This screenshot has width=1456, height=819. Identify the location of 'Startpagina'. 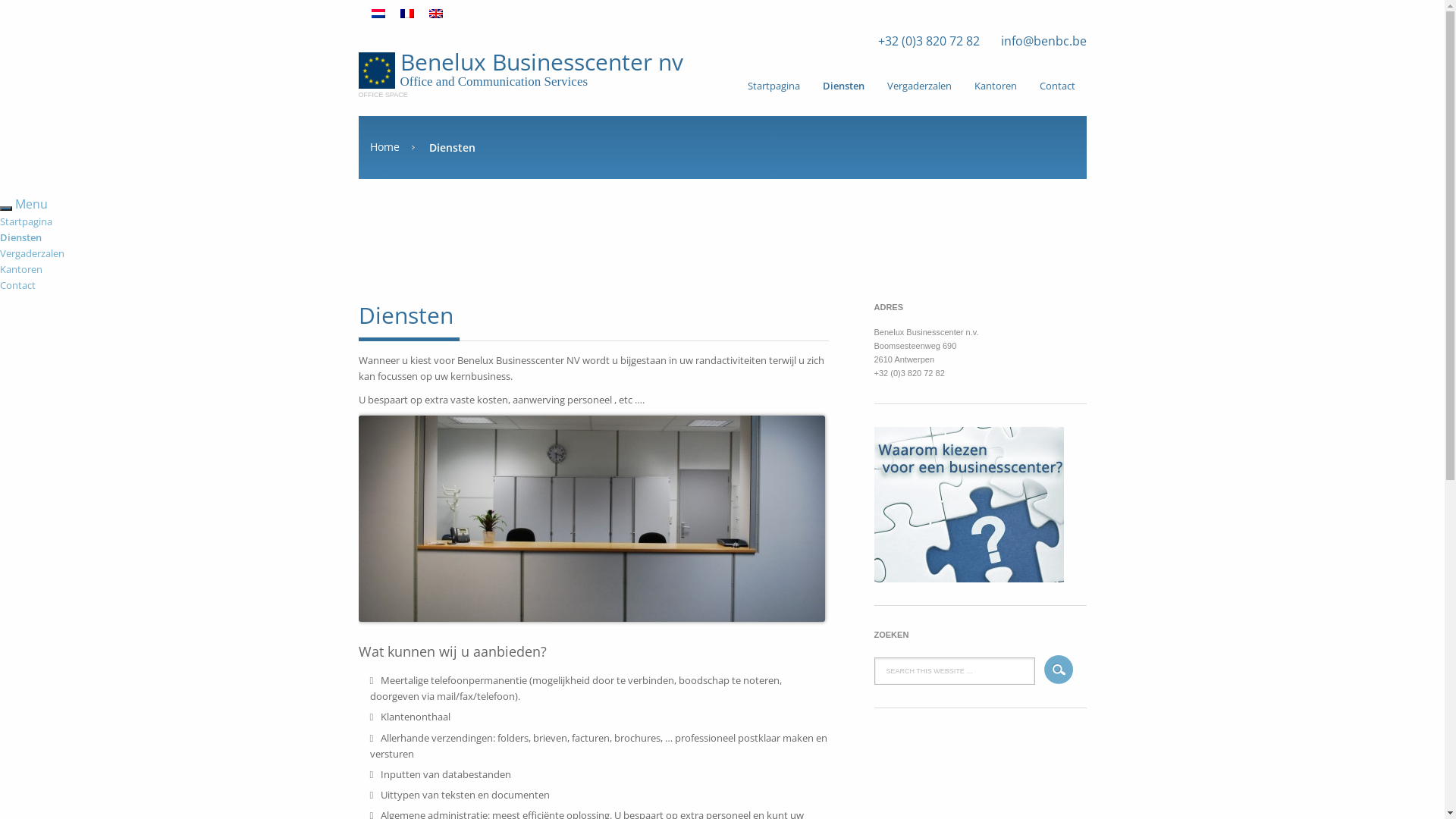
(735, 85).